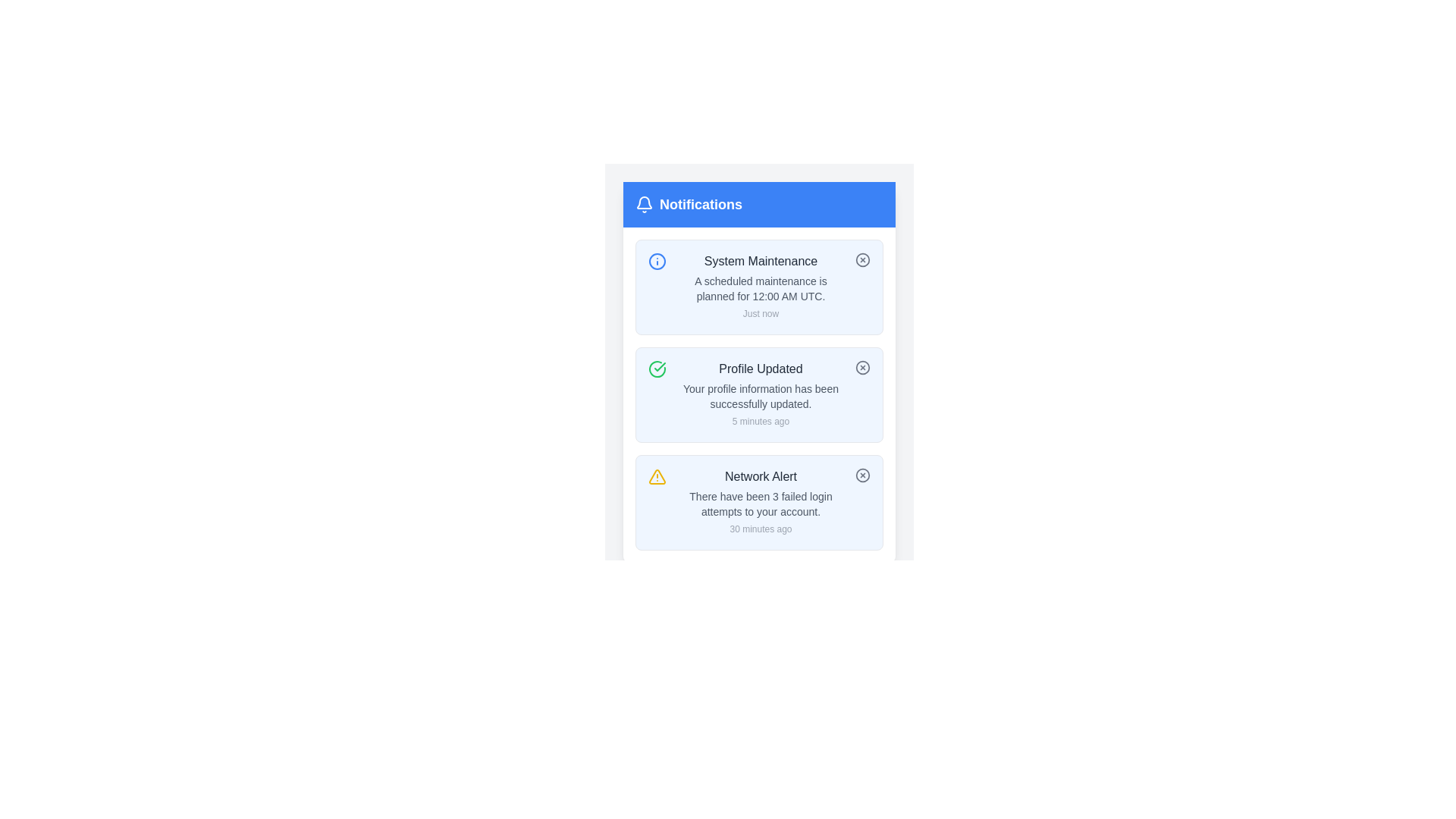  I want to click on text of the notification header, which includes a bell icon and the bold white text 'Notifications' on a blue background, so click(688, 205).